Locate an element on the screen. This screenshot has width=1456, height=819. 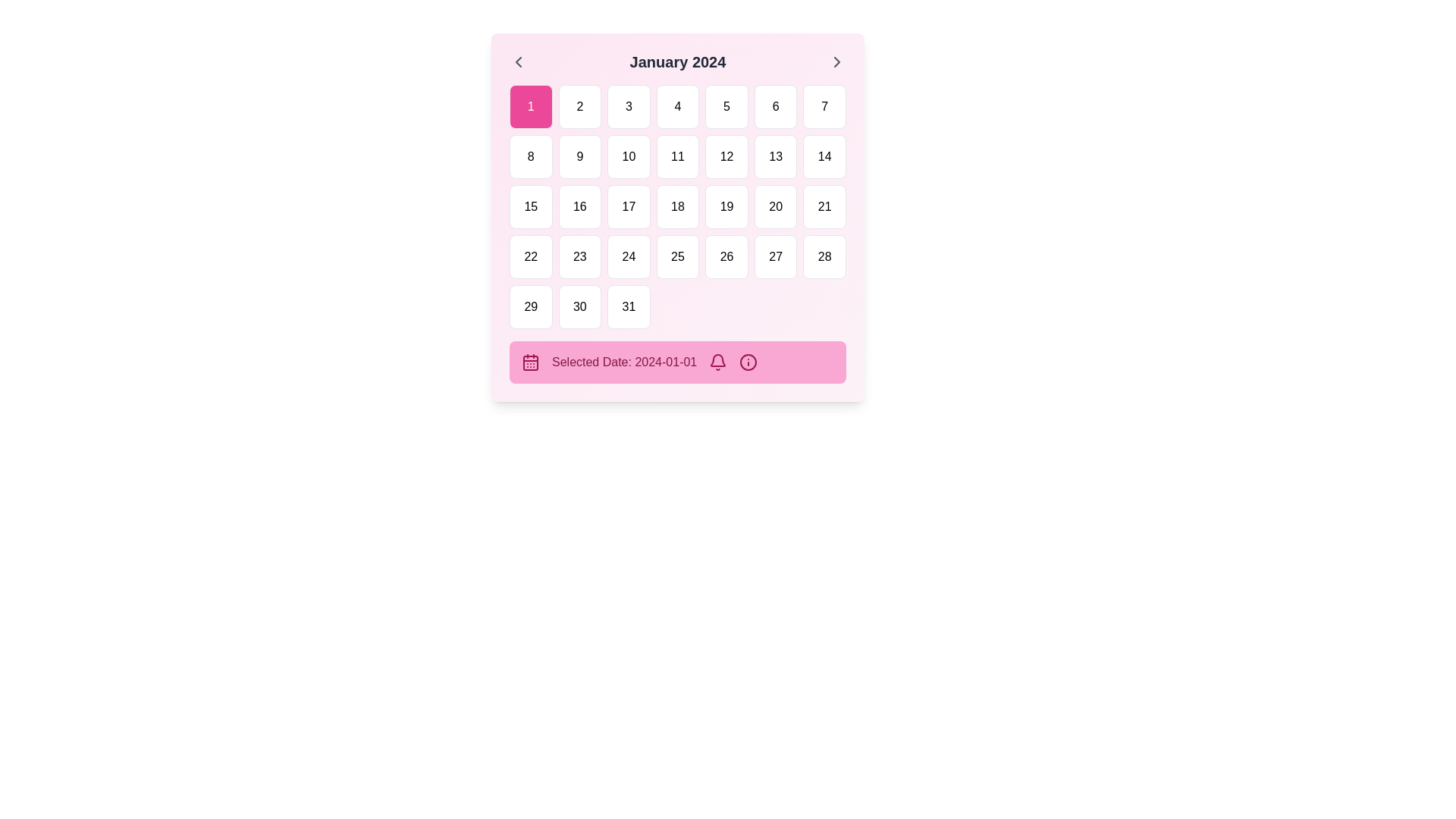
the calendar button representing the date 27th is located at coordinates (776, 256).